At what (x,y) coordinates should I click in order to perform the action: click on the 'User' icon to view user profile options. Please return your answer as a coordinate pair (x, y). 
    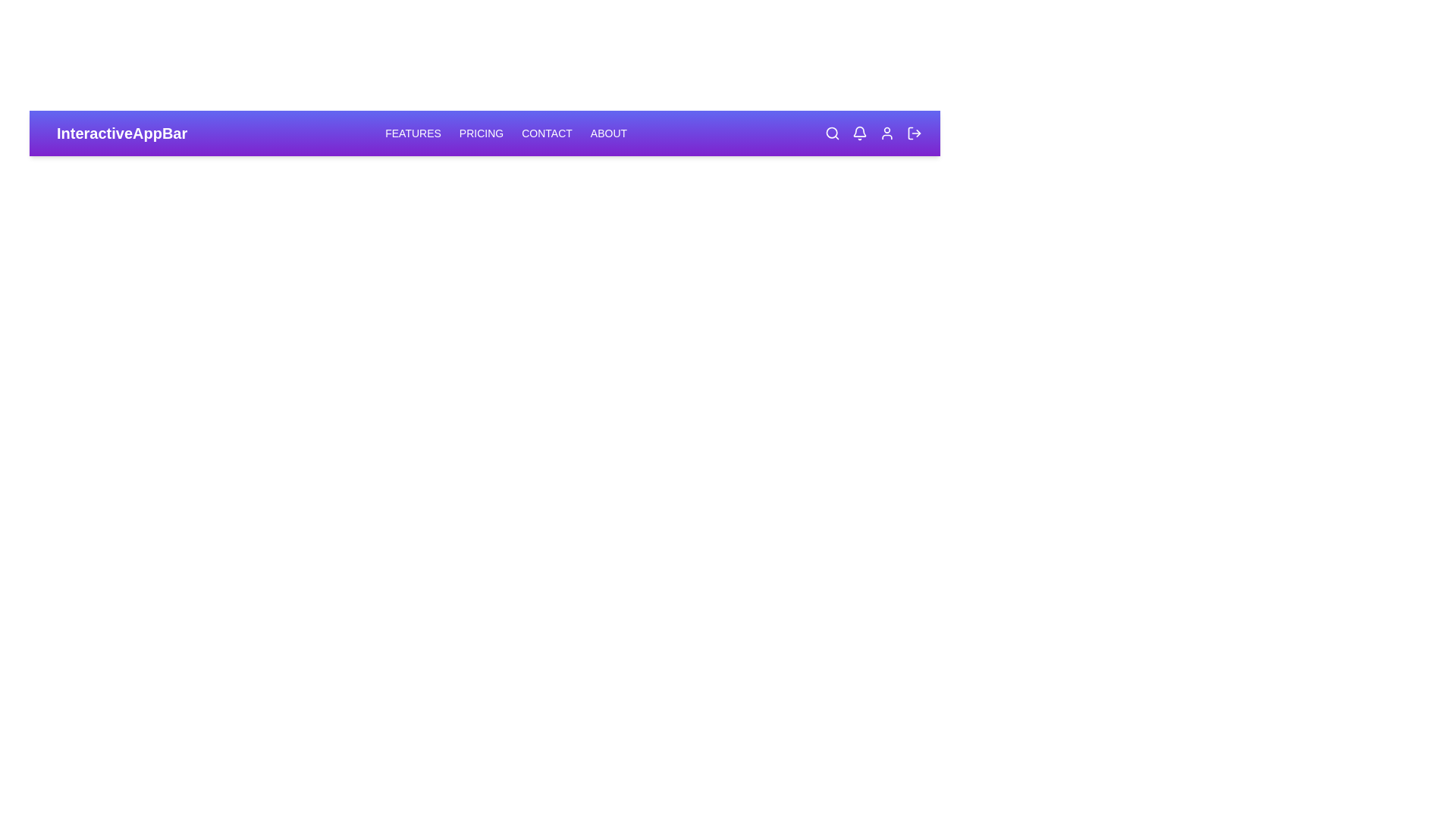
    Looking at the image, I should click on (887, 133).